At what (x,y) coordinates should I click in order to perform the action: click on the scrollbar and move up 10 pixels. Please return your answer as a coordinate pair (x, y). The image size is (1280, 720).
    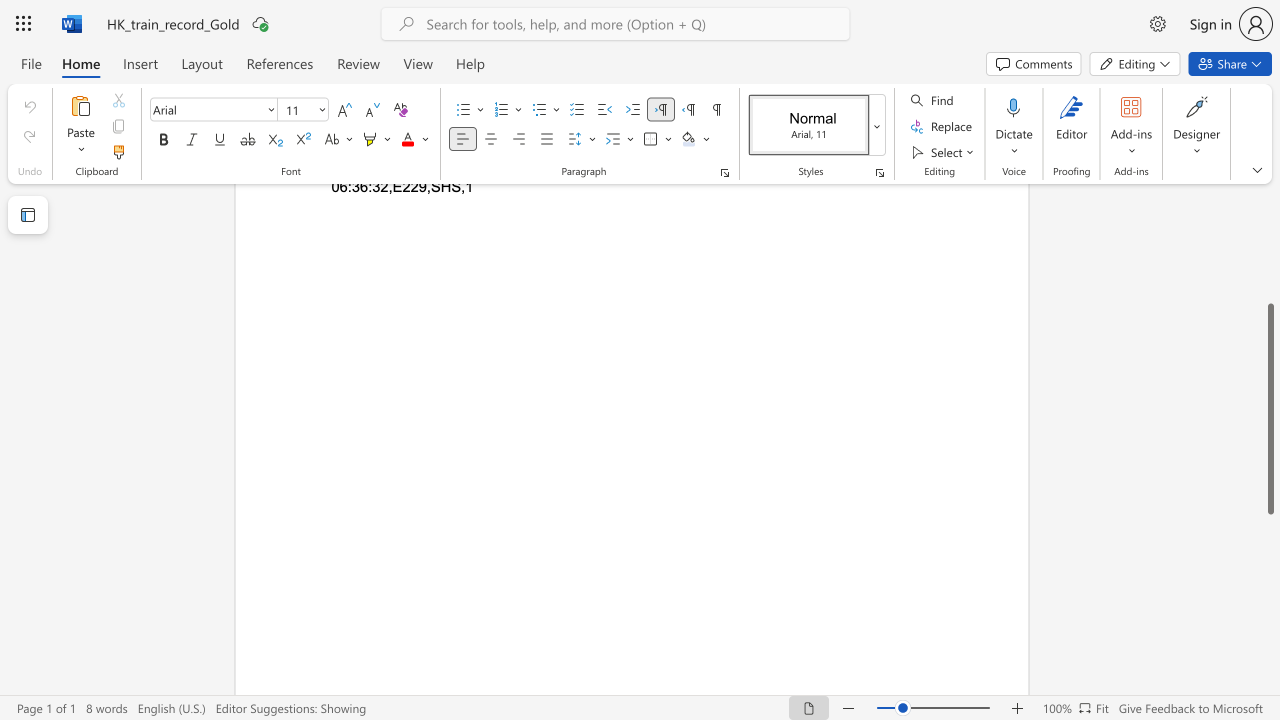
    Looking at the image, I should click on (1269, 408).